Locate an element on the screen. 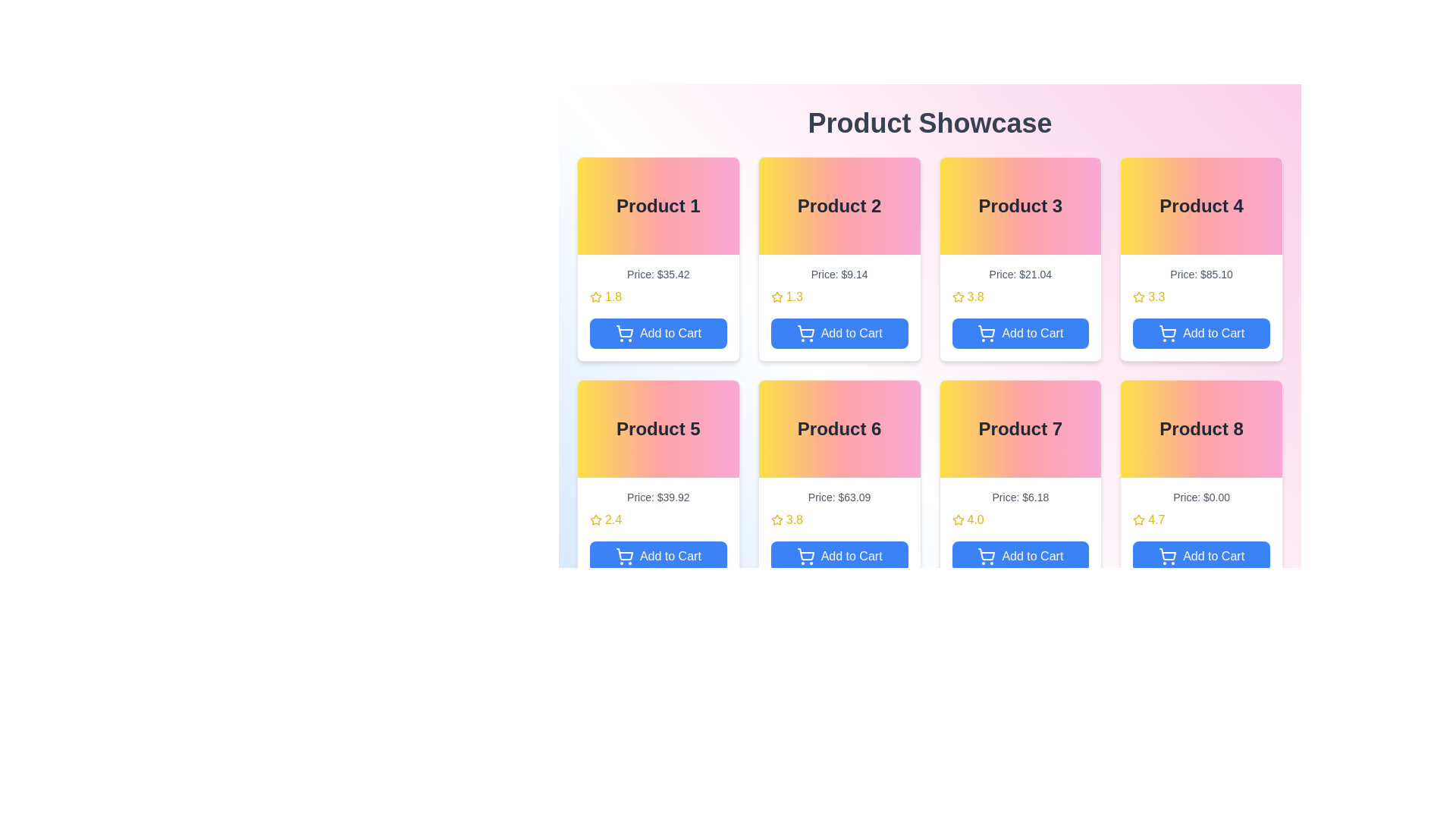  the sixth product card in the product showcase is located at coordinates (839, 482).